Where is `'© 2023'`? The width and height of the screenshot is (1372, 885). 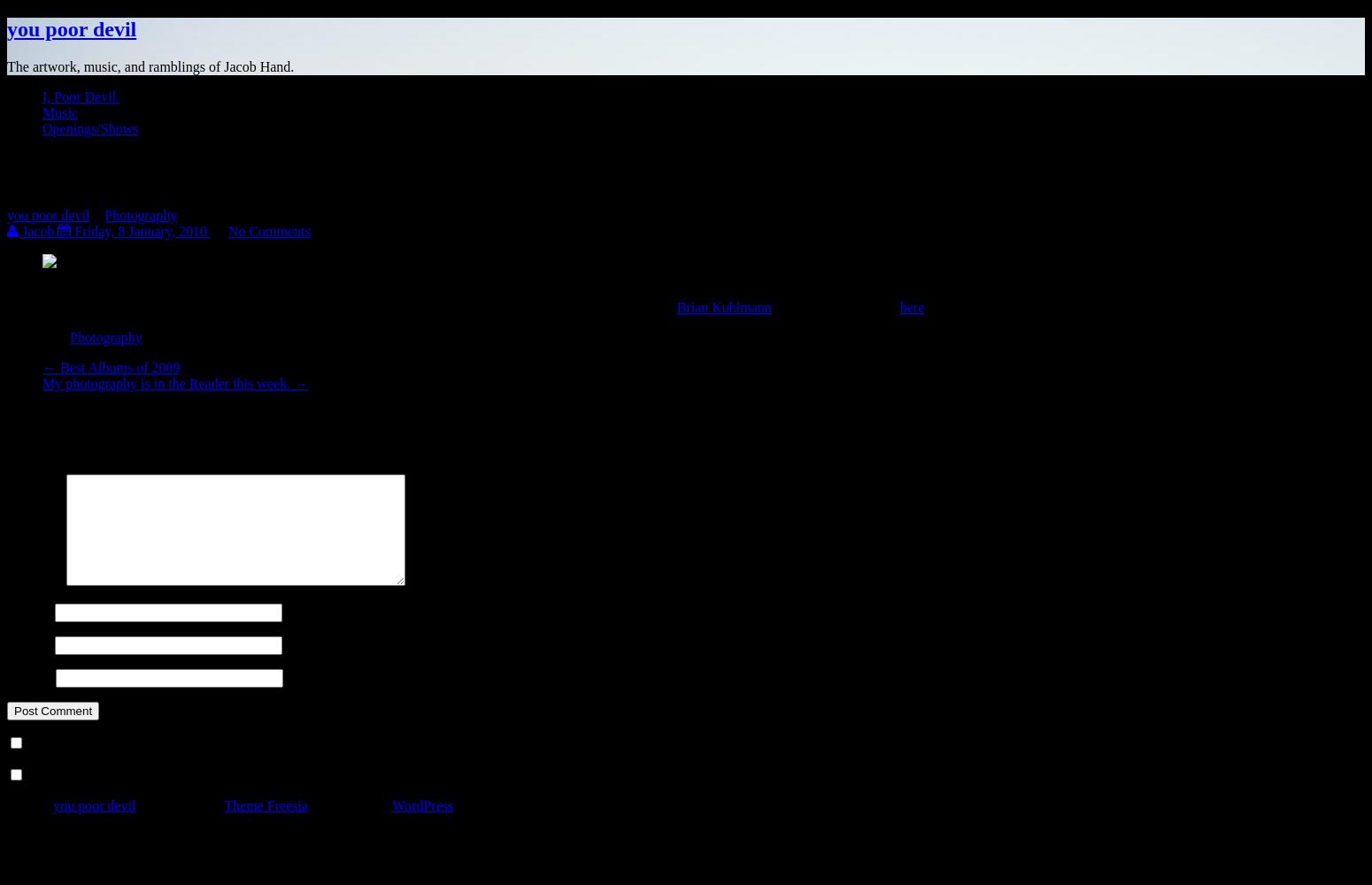
'© 2023' is located at coordinates (28, 805).